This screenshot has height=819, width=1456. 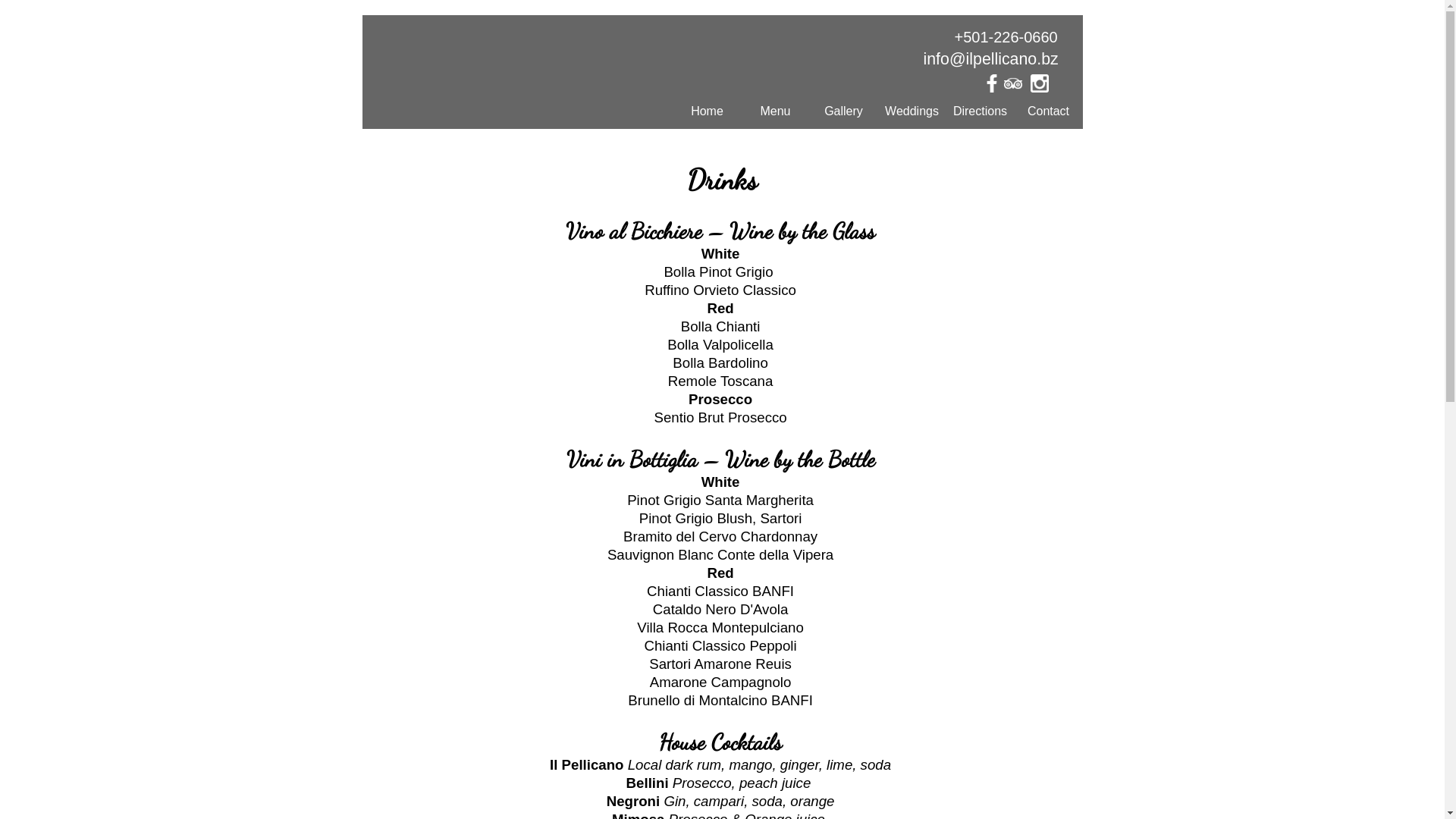 I want to click on 'Home', so click(x=706, y=110).